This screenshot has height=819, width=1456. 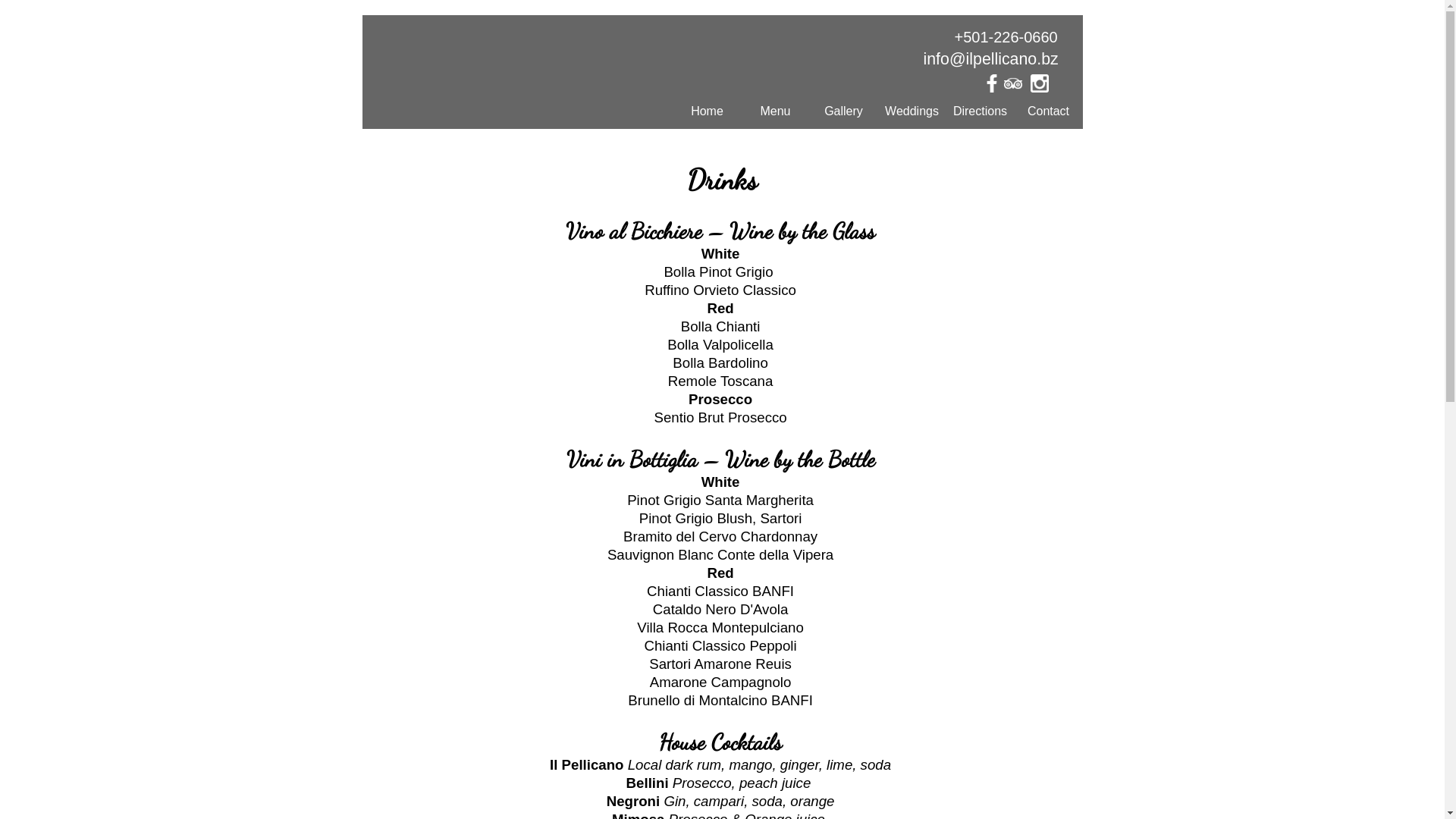 I want to click on 'Home', so click(x=706, y=110).